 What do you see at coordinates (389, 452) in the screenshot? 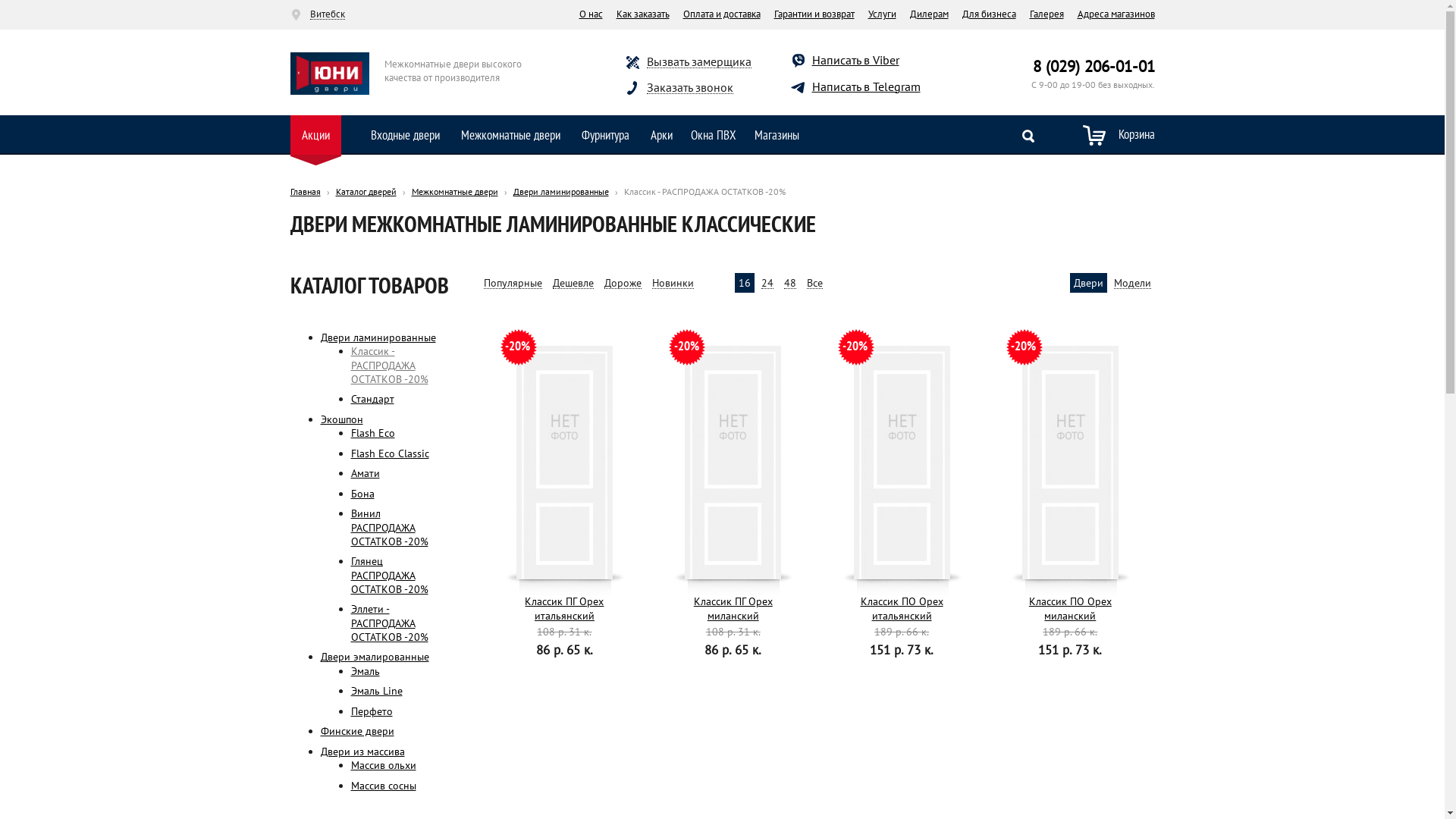
I see `'Flash Eco Classic'` at bounding box center [389, 452].